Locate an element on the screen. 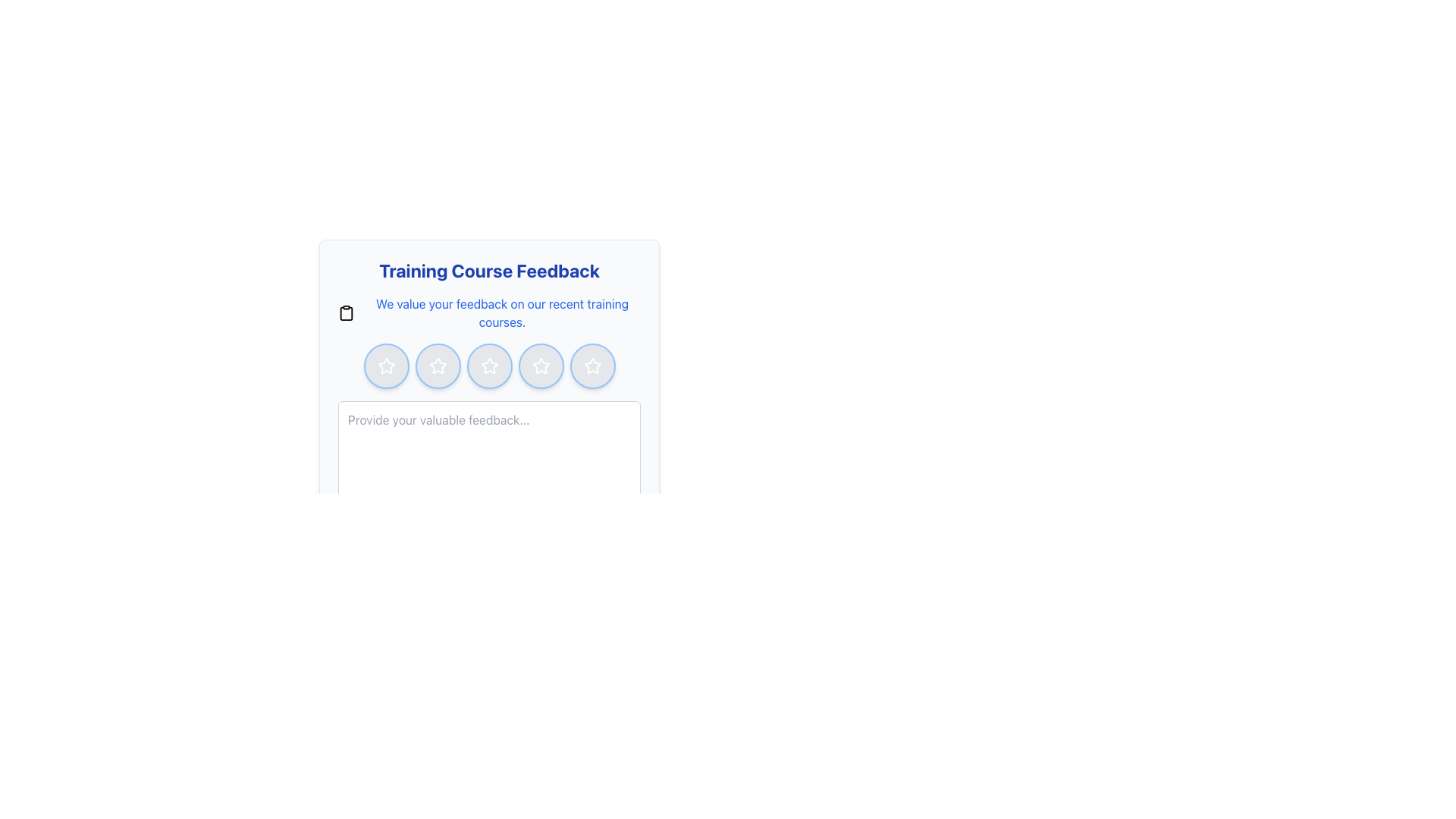  the second circular Rating Button with a blue border and a grey background, located beneath 'Training Course Feedback' is located at coordinates (437, 366).